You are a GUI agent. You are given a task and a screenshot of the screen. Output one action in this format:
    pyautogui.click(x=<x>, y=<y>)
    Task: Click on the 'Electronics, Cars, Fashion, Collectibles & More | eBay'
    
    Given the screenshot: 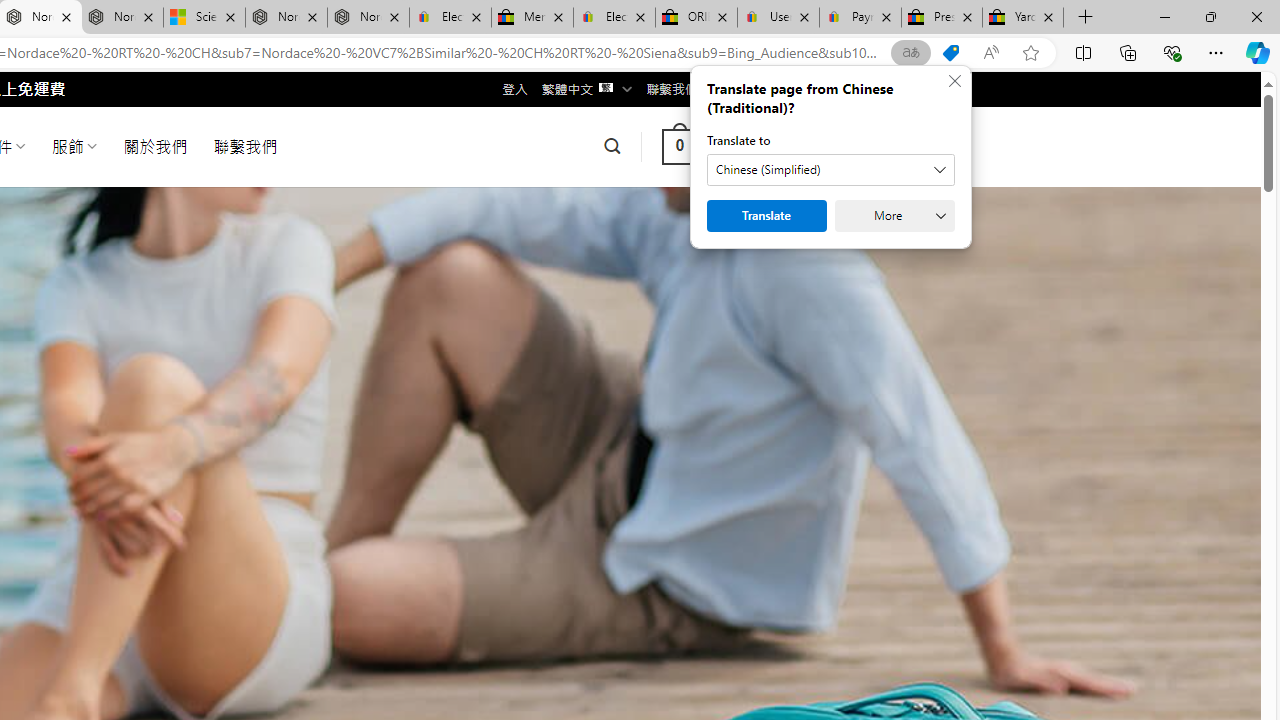 What is the action you would take?
    pyautogui.click(x=613, y=17)
    